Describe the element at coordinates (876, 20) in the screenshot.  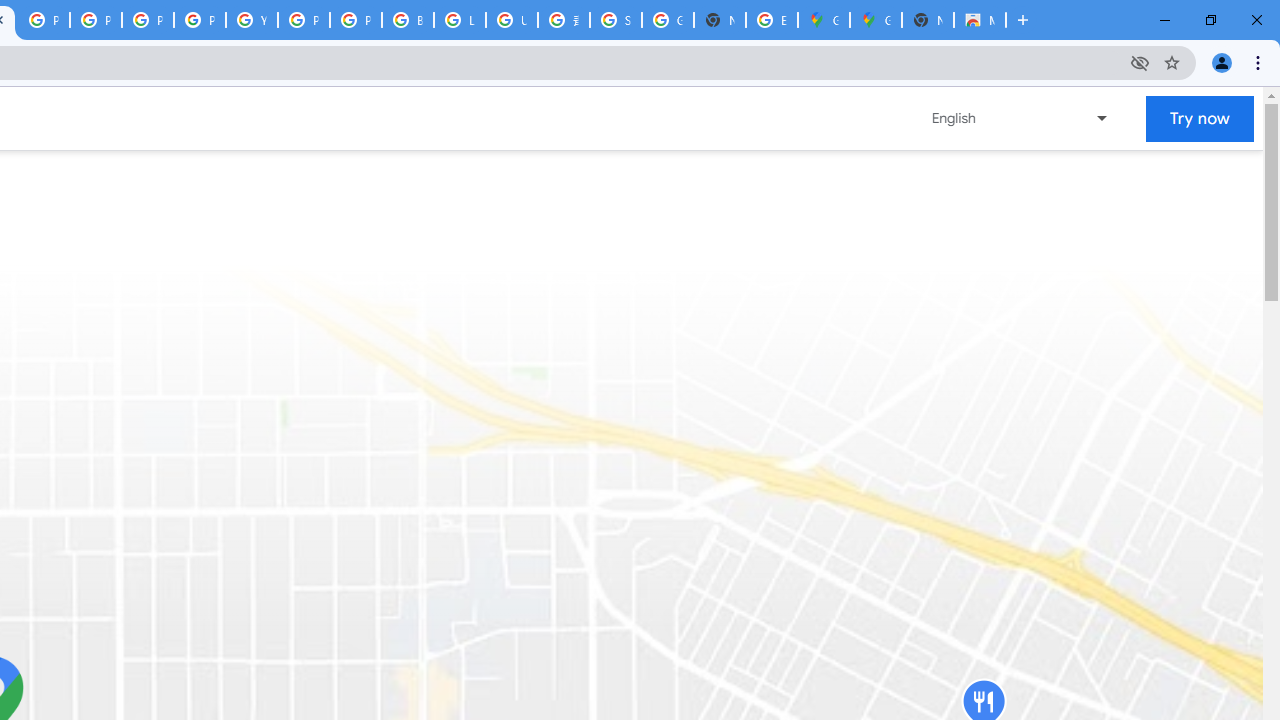
I see `'Google Maps'` at that location.